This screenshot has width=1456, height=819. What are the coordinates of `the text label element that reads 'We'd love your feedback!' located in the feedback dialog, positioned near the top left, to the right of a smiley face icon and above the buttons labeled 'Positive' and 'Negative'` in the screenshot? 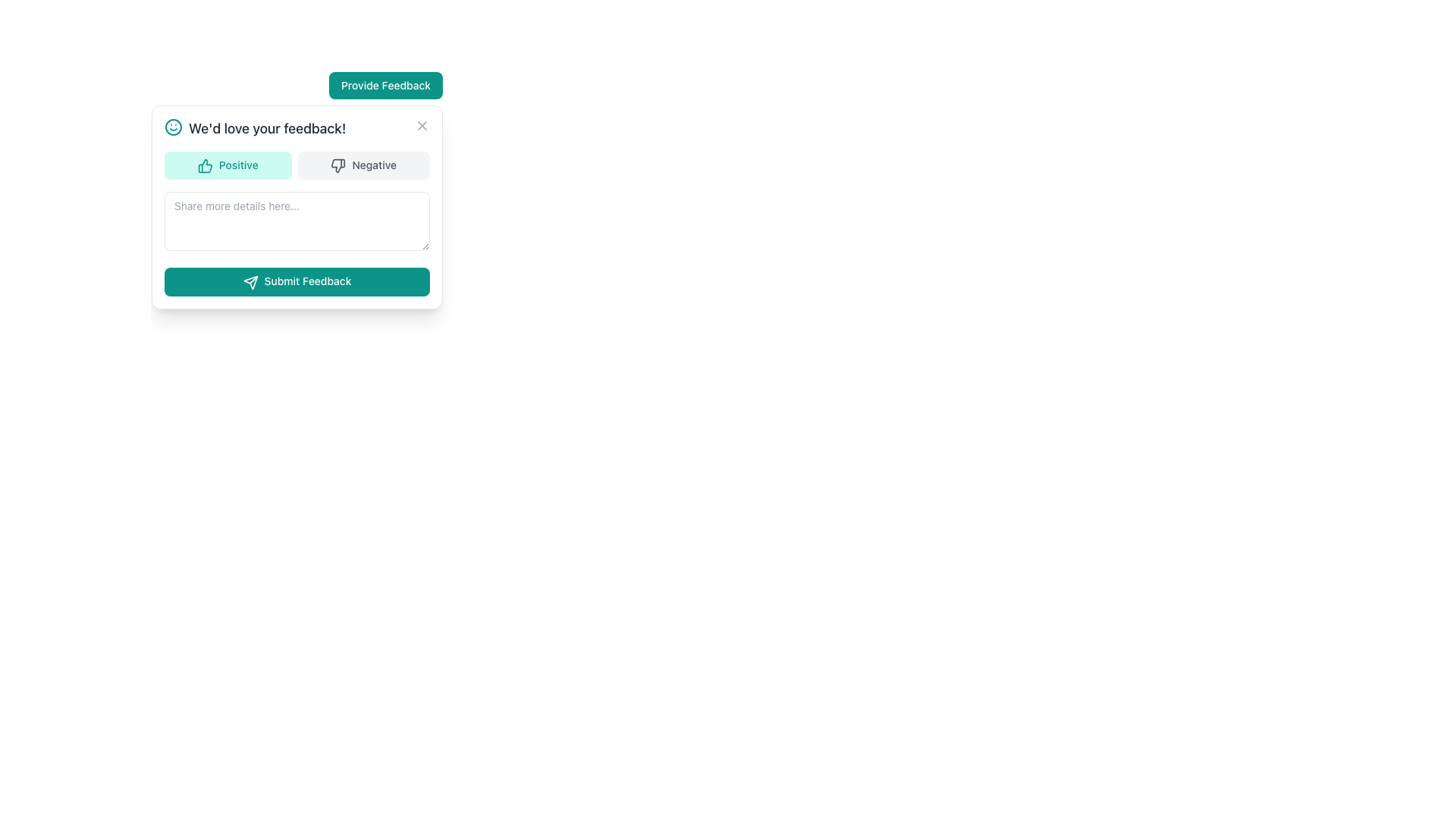 It's located at (267, 127).